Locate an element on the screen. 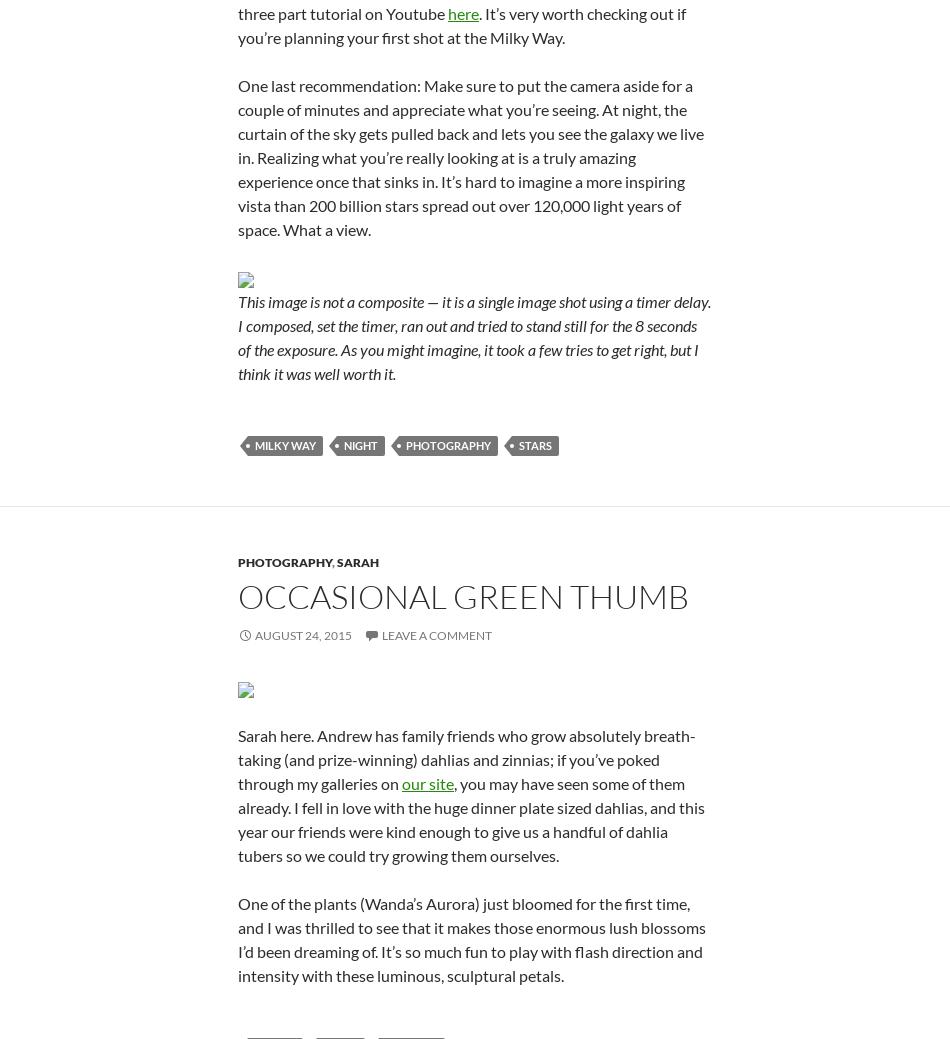 Image resolution: width=950 pixels, height=1039 pixels. 'milky way' is located at coordinates (253, 443).